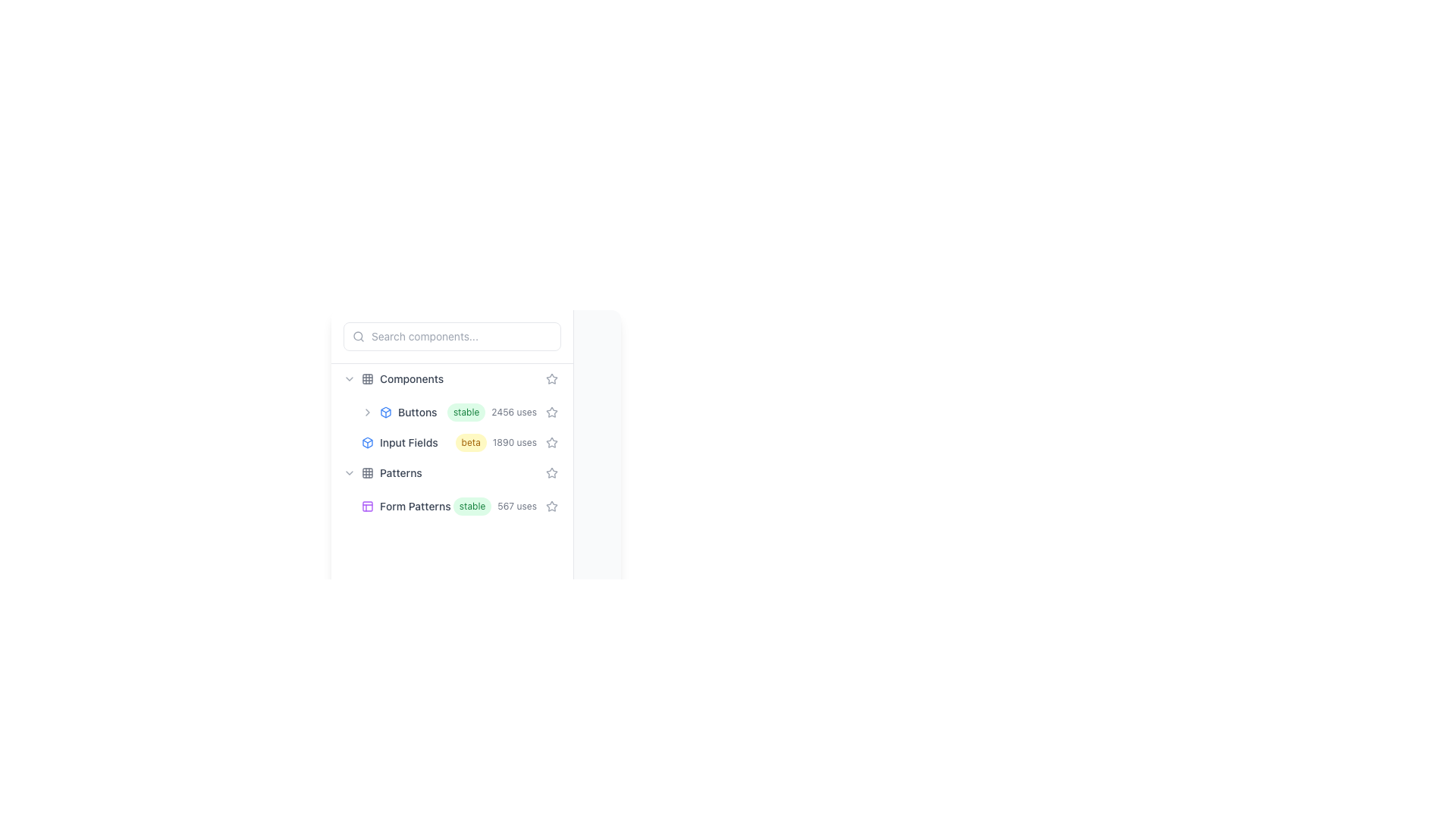  What do you see at coordinates (460, 506) in the screenshot?
I see `the 'Form Patterns' navigation item in the left sidebar under the 'Patterns' section` at bounding box center [460, 506].